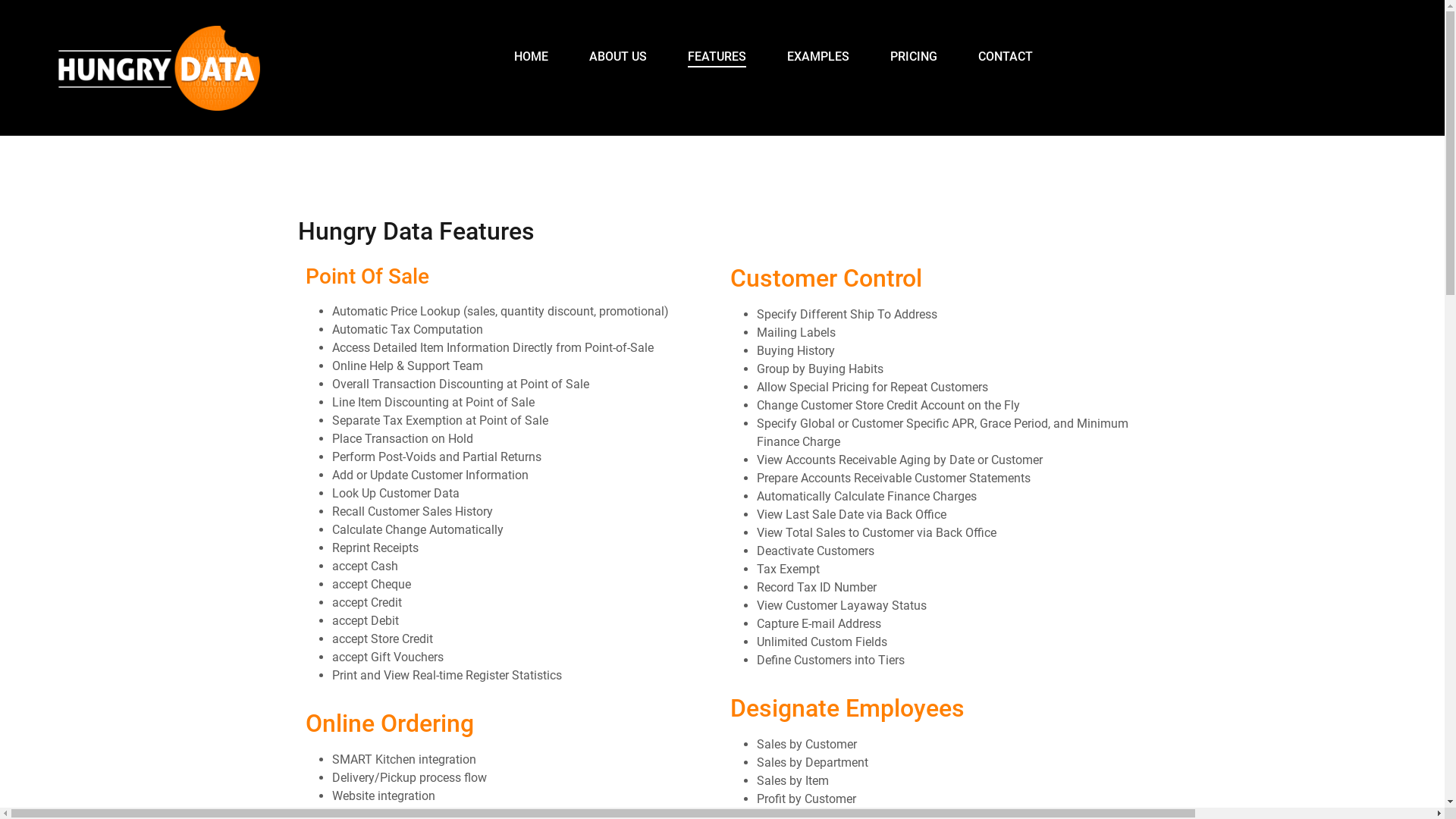 The image size is (1456, 819). What do you see at coordinates (1005, 55) in the screenshot?
I see `'CONTACT'` at bounding box center [1005, 55].